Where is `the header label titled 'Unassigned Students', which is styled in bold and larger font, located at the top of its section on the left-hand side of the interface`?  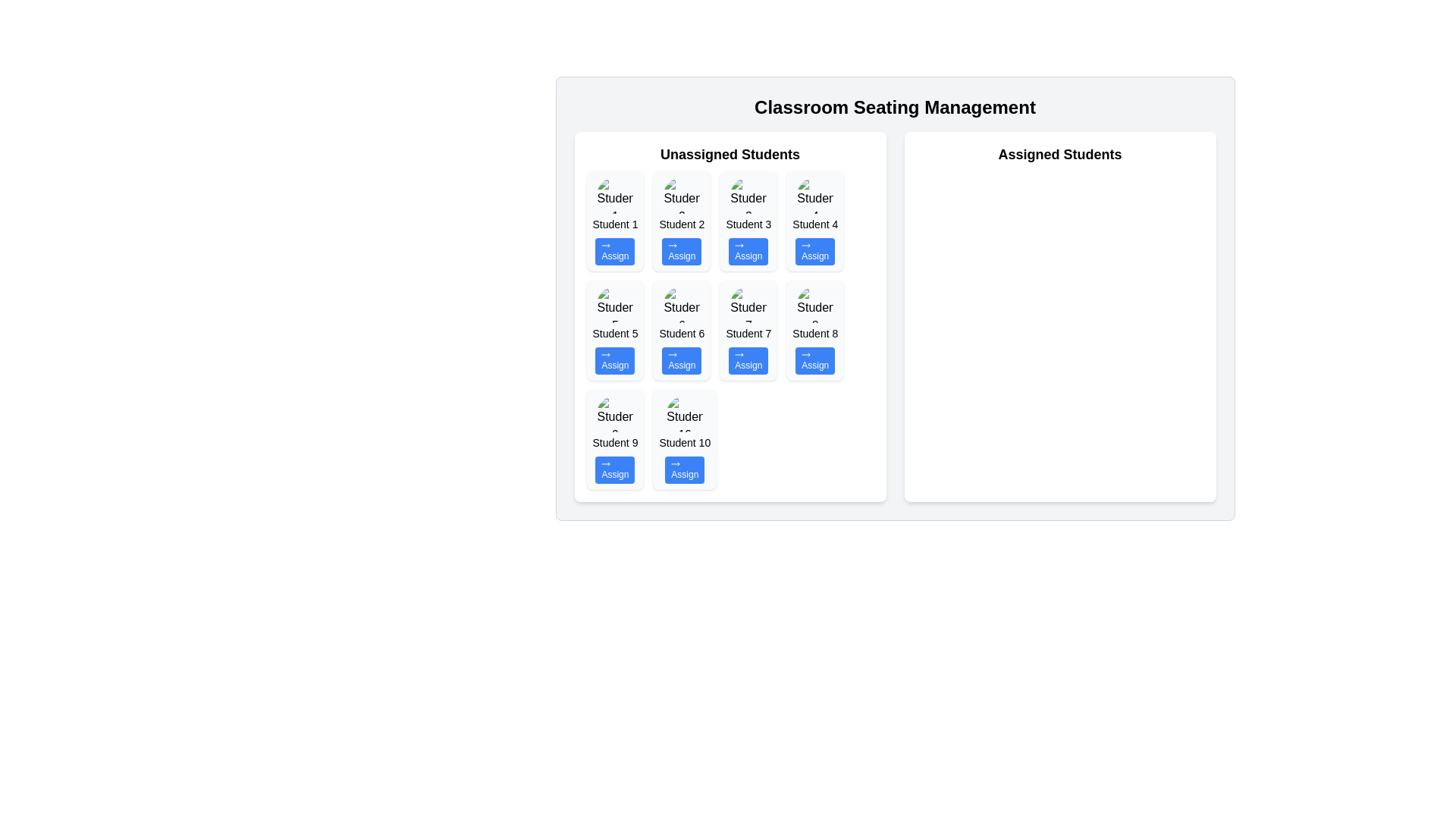
the header label titled 'Unassigned Students', which is styled in bold and larger font, located at the top of its section on the left-hand side of the interface is located at coordinates (730, 155).